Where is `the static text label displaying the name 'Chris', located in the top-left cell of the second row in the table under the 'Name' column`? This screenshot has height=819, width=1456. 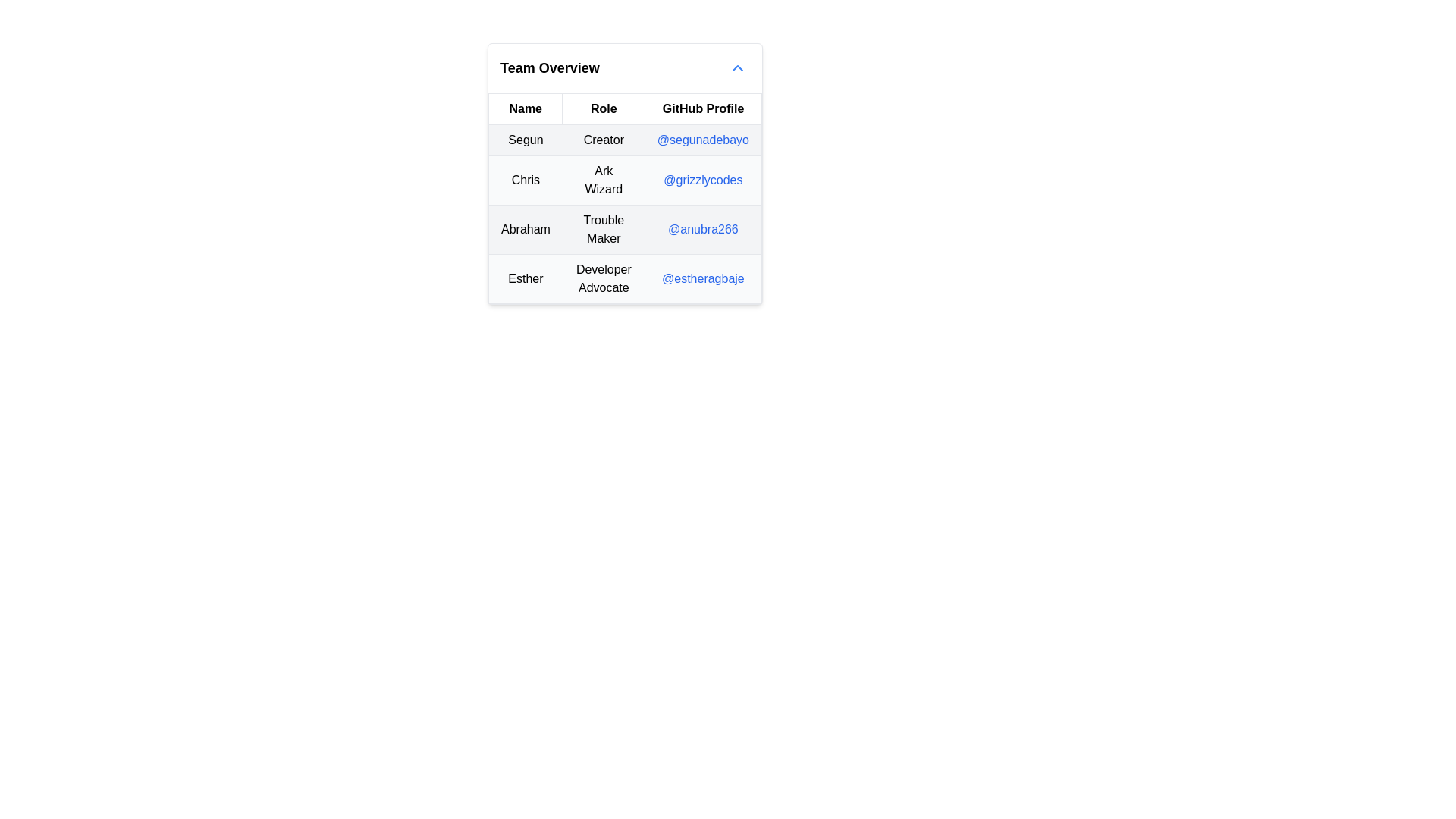 the static text label displaying the name 'Chris', located in the top-left cell of the second row in the table under the 'Name' column is located at coordinates (526, 180).